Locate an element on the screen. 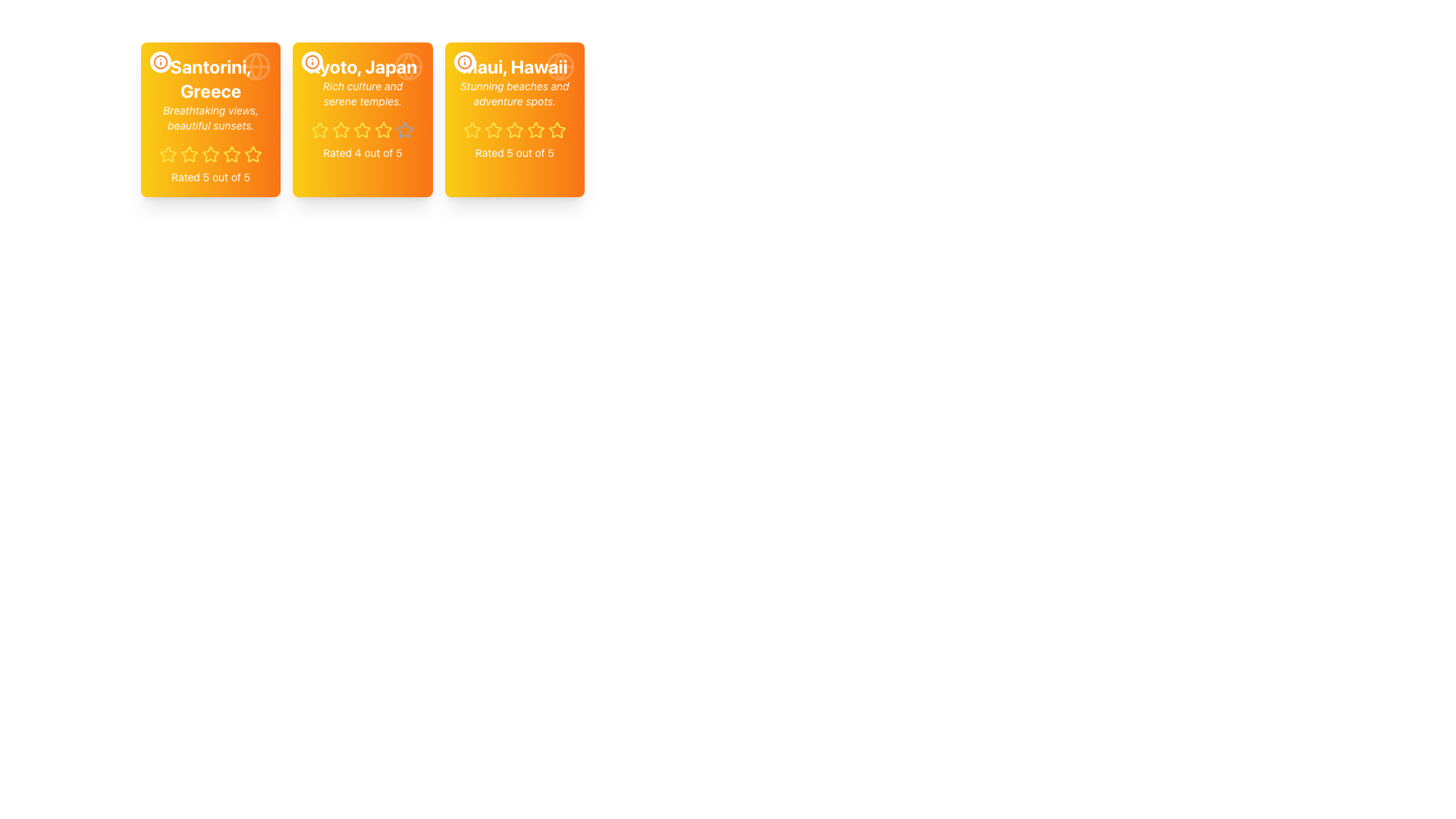 This screenshot has height=819, width=1456. the globe icon located in the top-right corner of the card labeled 'Santorini, Greece', which enhances the card's visual appeal is located at coordinates (256, 66).